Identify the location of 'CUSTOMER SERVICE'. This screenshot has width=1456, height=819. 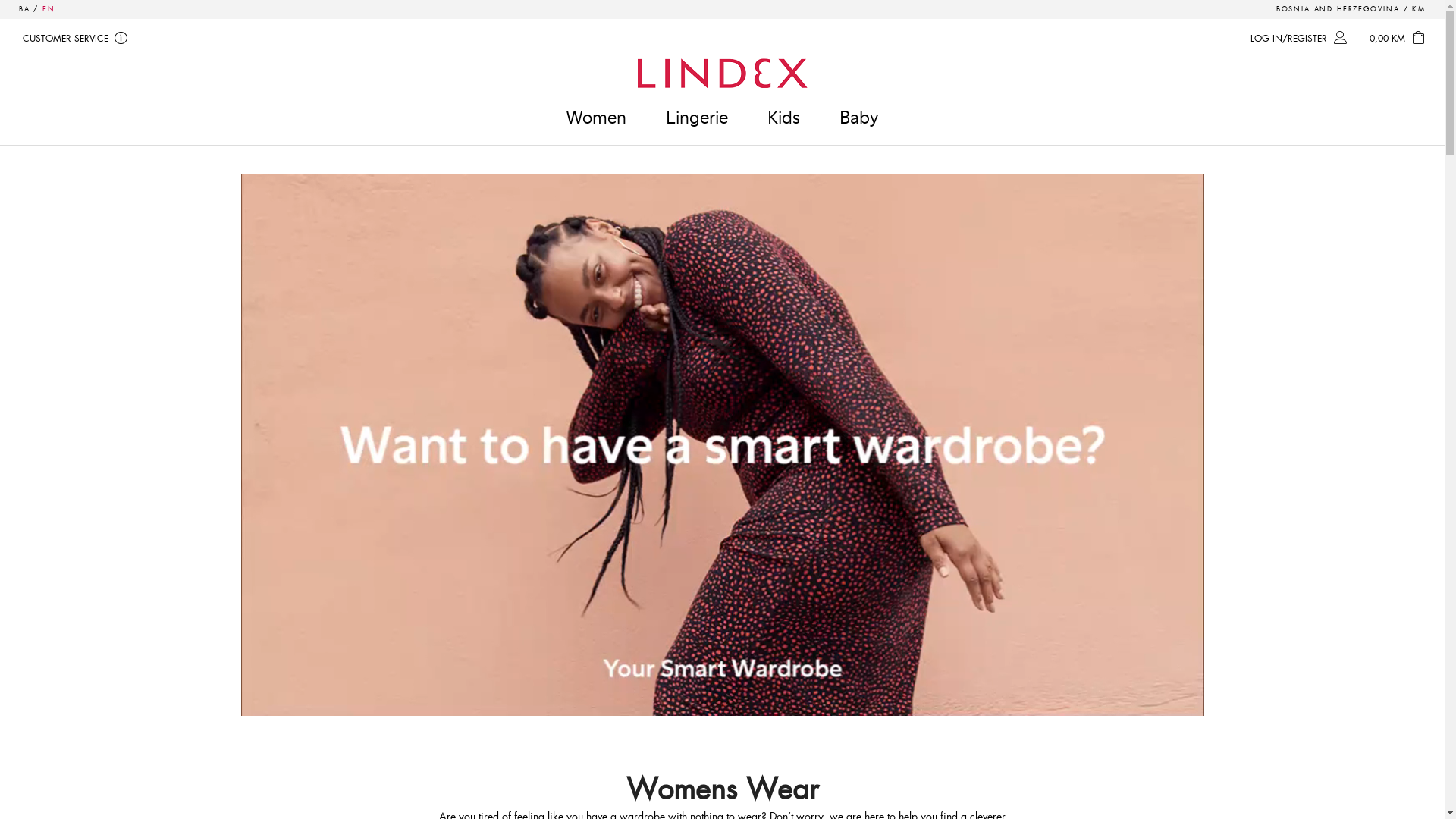
(14, 38).